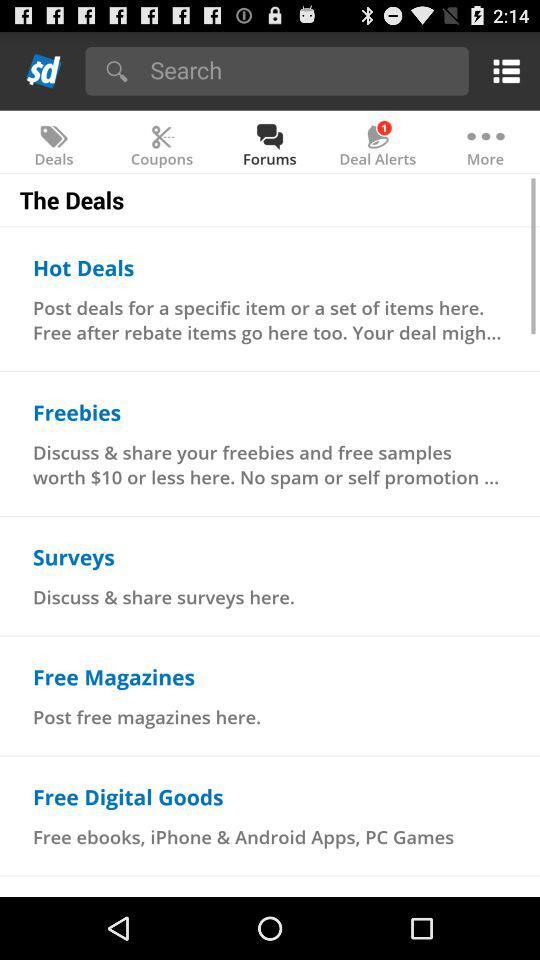 Image resolution: width=540 pixels, height=960 pixels. Describe the element at coordinates (302, 69) in the screenshot. I see `type search query` at that location.